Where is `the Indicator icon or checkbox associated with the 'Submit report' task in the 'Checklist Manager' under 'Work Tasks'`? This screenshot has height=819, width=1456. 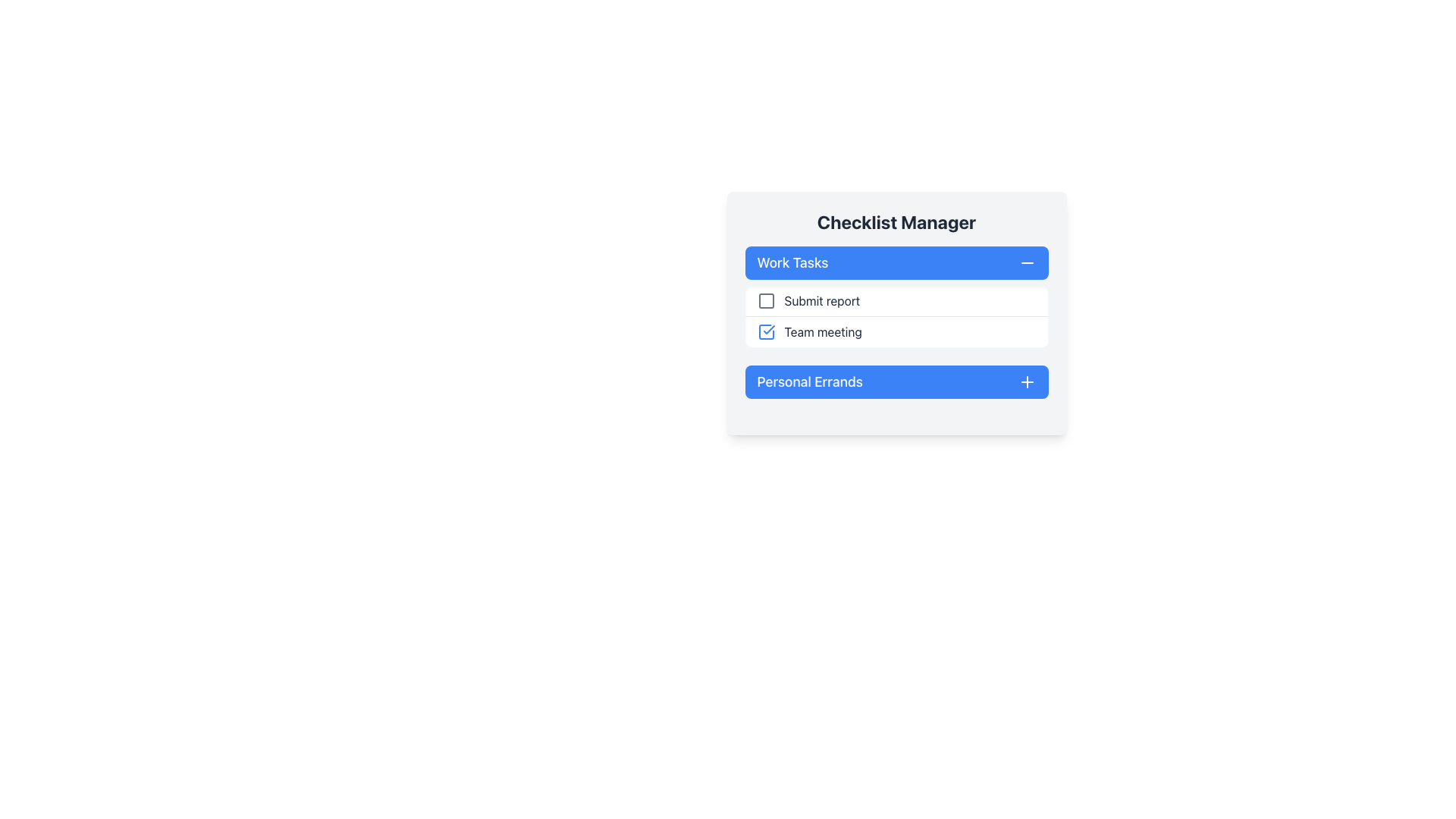 the Indicator icon or checkbox associated with the 'Submit report' task in the 'Checklist Manager' under 'Work Tasks' is located at coordinates (766, 301).